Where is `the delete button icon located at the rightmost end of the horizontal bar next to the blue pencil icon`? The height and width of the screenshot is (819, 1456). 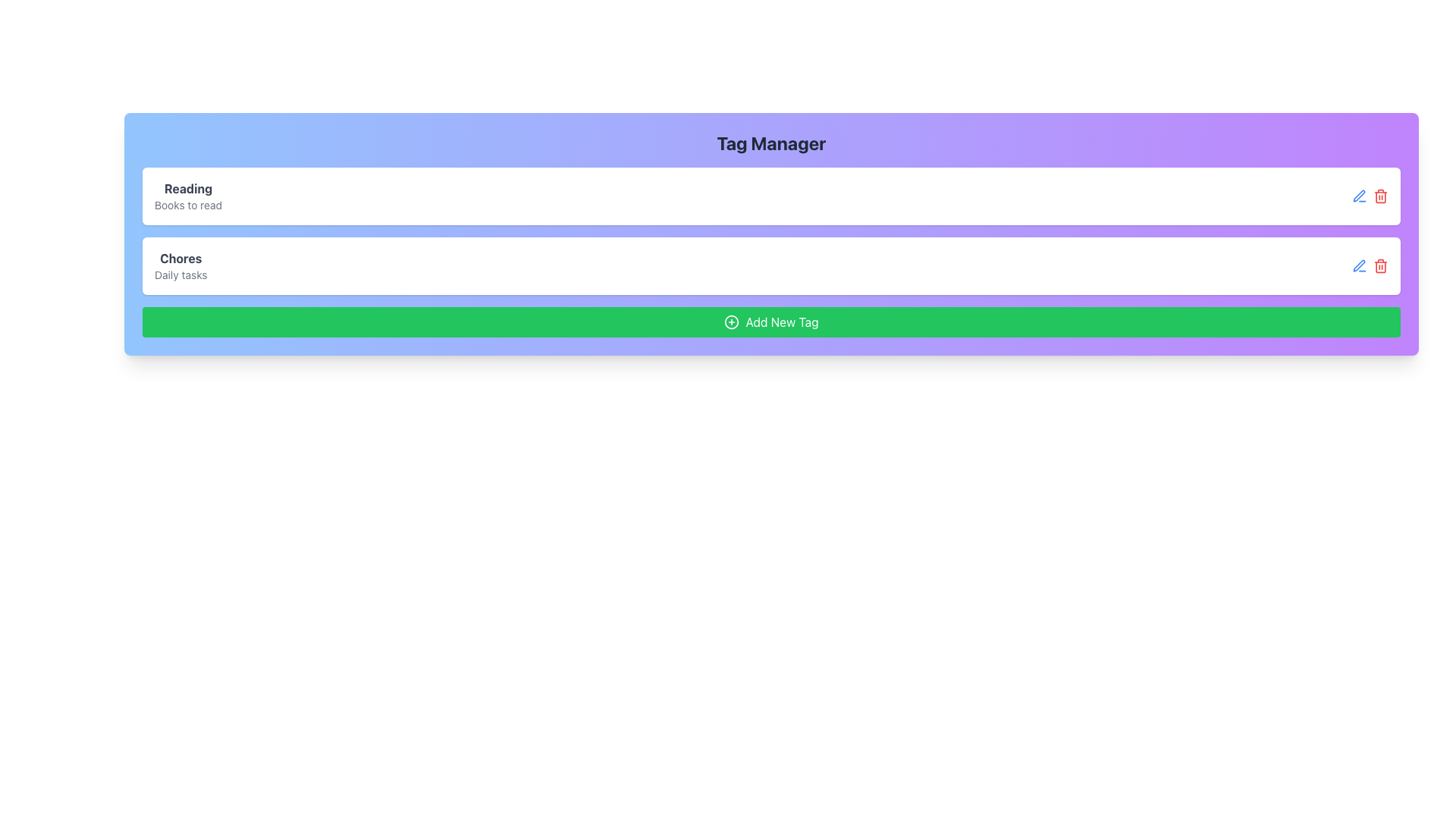 the delete button icon located at the rightmost end of the horizontal bar next to the blue pencil icon is located at coordinates (1380, 265).